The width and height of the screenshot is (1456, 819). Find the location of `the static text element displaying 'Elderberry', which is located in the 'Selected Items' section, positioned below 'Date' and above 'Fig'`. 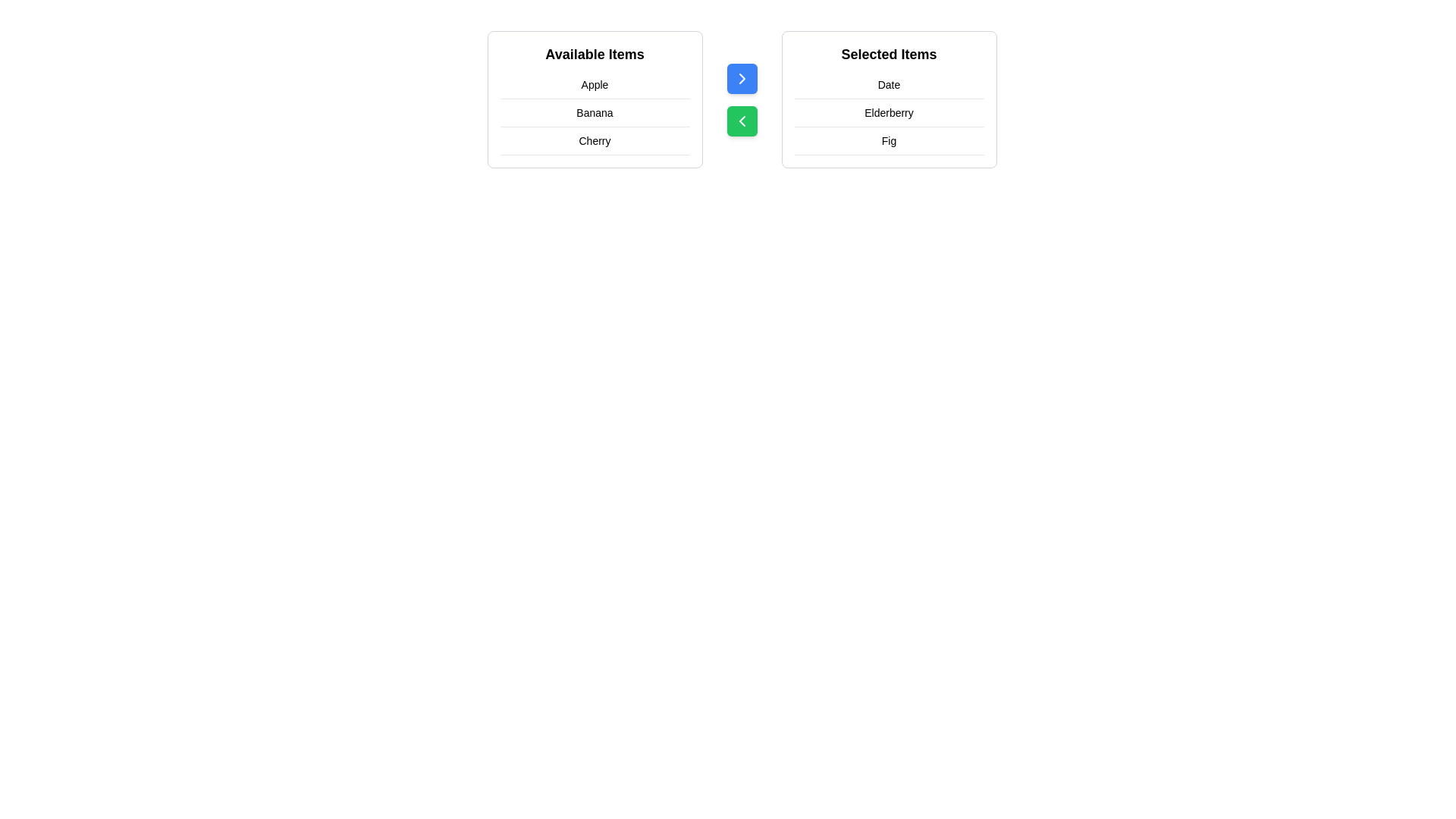

the static text element displaying 'Elderberry', which is located in the 'Selected Items' section, positioned below 'Date' and above 'Fig' is located at coordinates (889, 112).